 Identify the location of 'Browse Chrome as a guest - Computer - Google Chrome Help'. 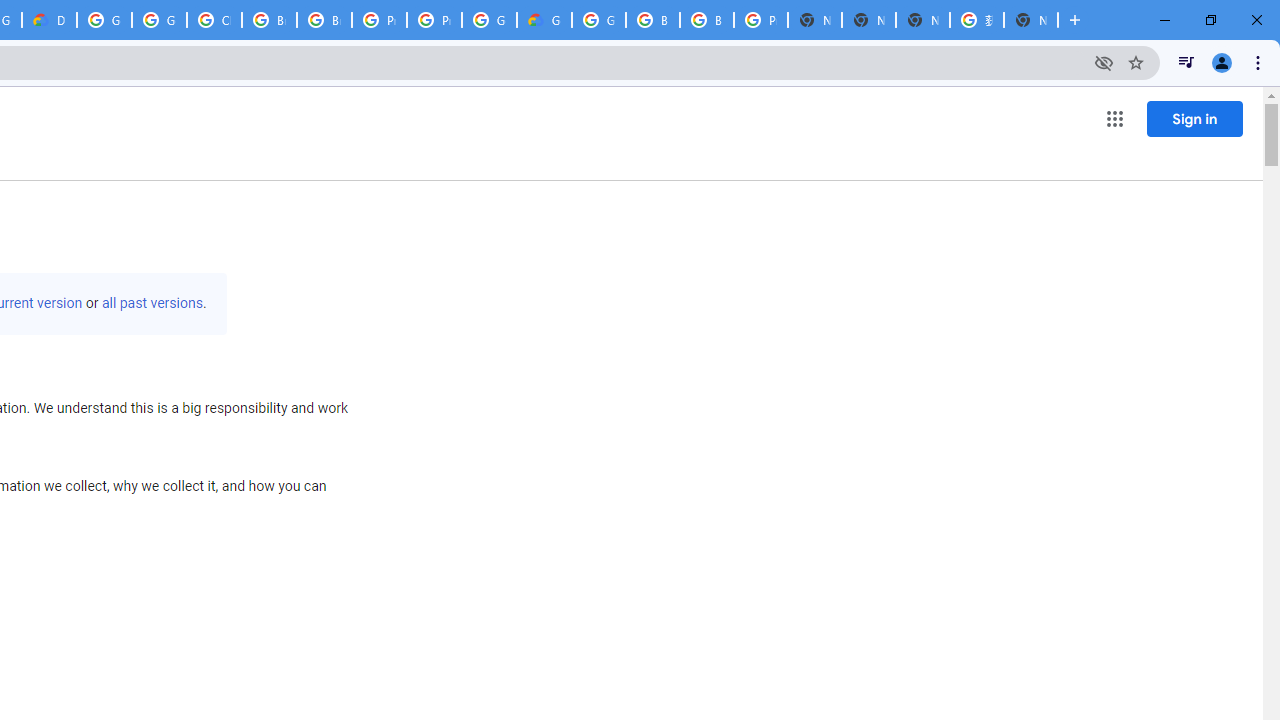
(268, 20).